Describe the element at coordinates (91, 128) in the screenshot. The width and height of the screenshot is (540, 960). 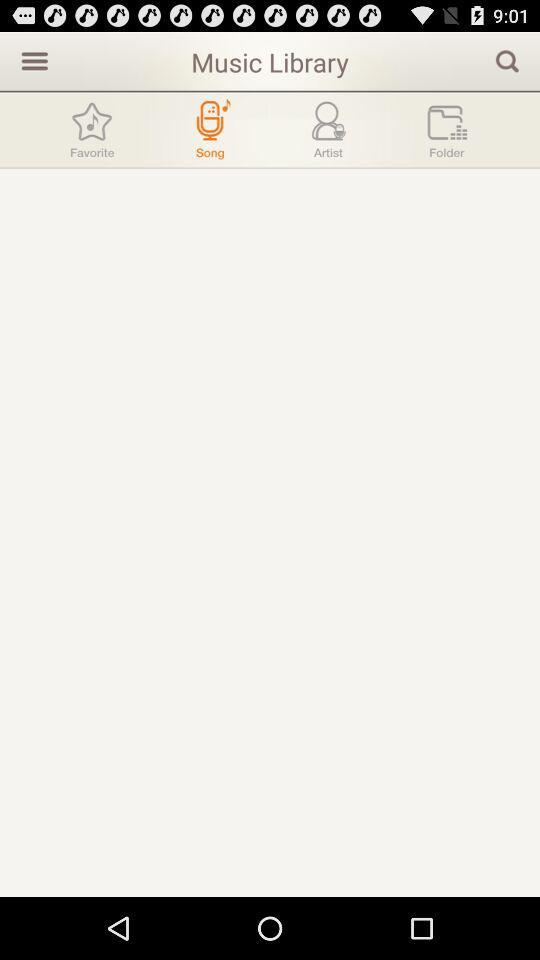
I see `favorites` at that location.